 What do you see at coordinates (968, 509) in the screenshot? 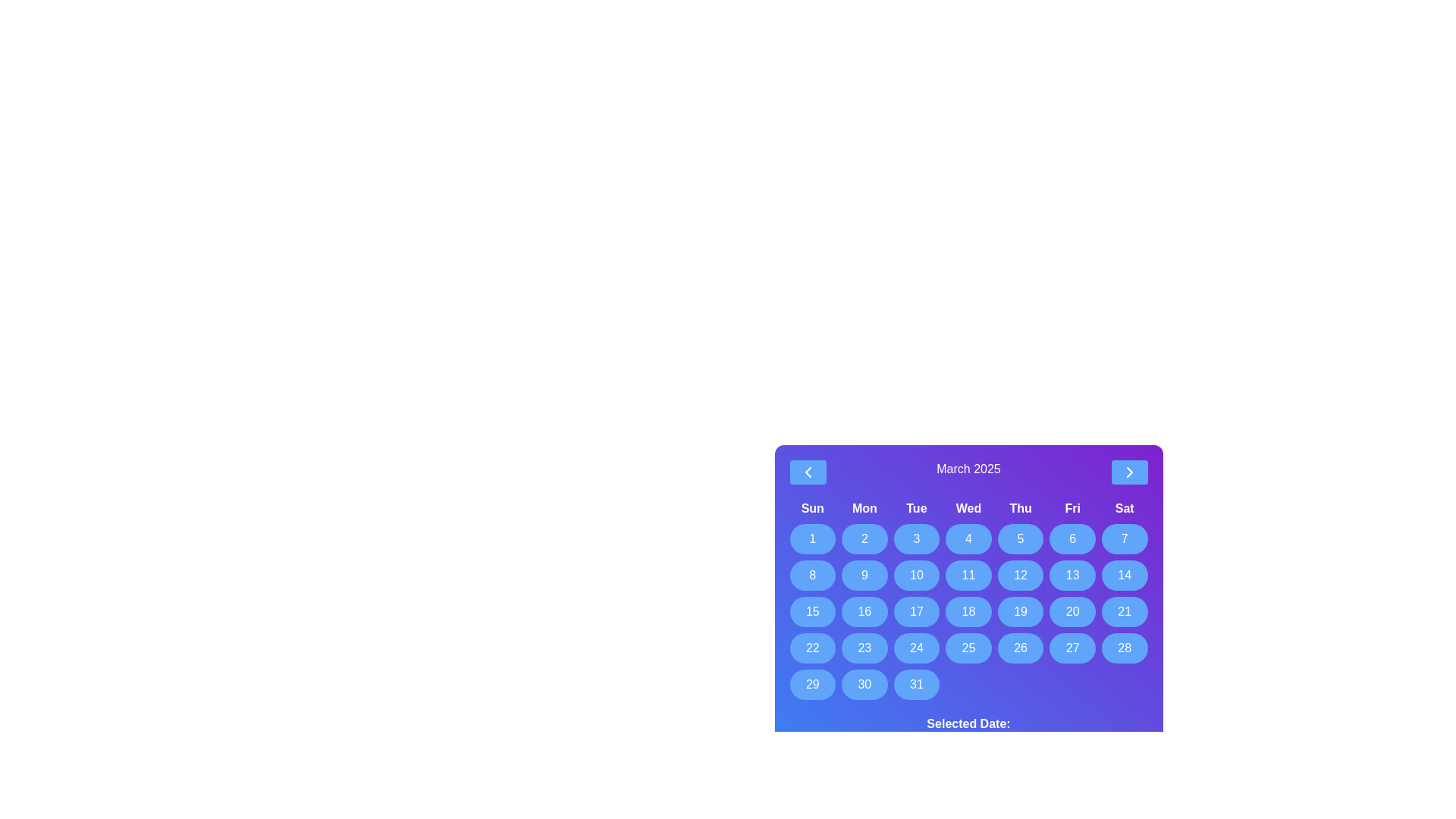
I see `the non-interactive text label indicating 'Wednesday', which is the fourth label in a row of weekday names within the calendar header` at bounding box center [968, 509].